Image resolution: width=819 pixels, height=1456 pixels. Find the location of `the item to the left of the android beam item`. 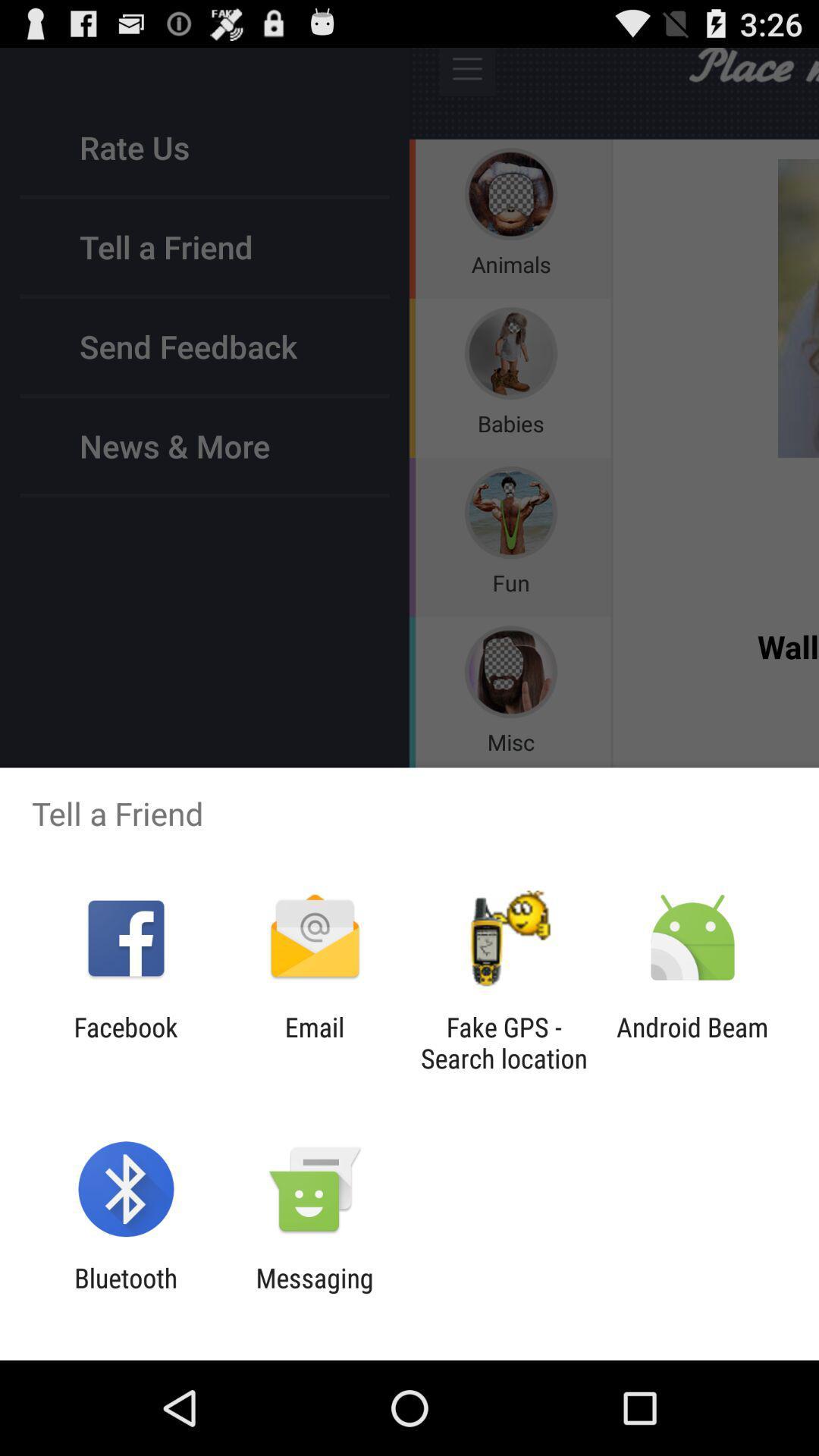

the item to the left of the android beam item is located at coordinates (504, 1042).